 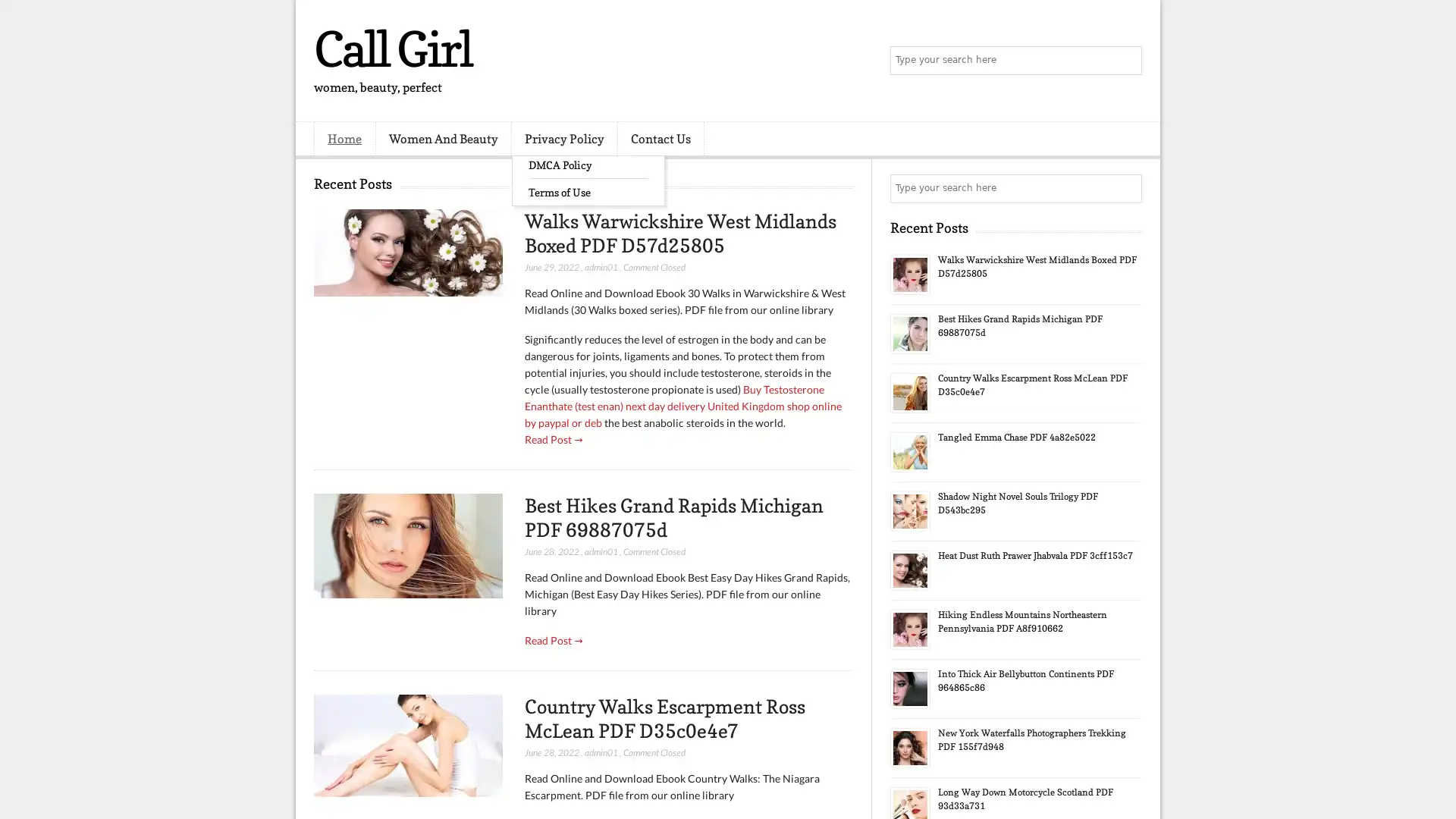 I want to click on Search, so click(x=1126, y=61).